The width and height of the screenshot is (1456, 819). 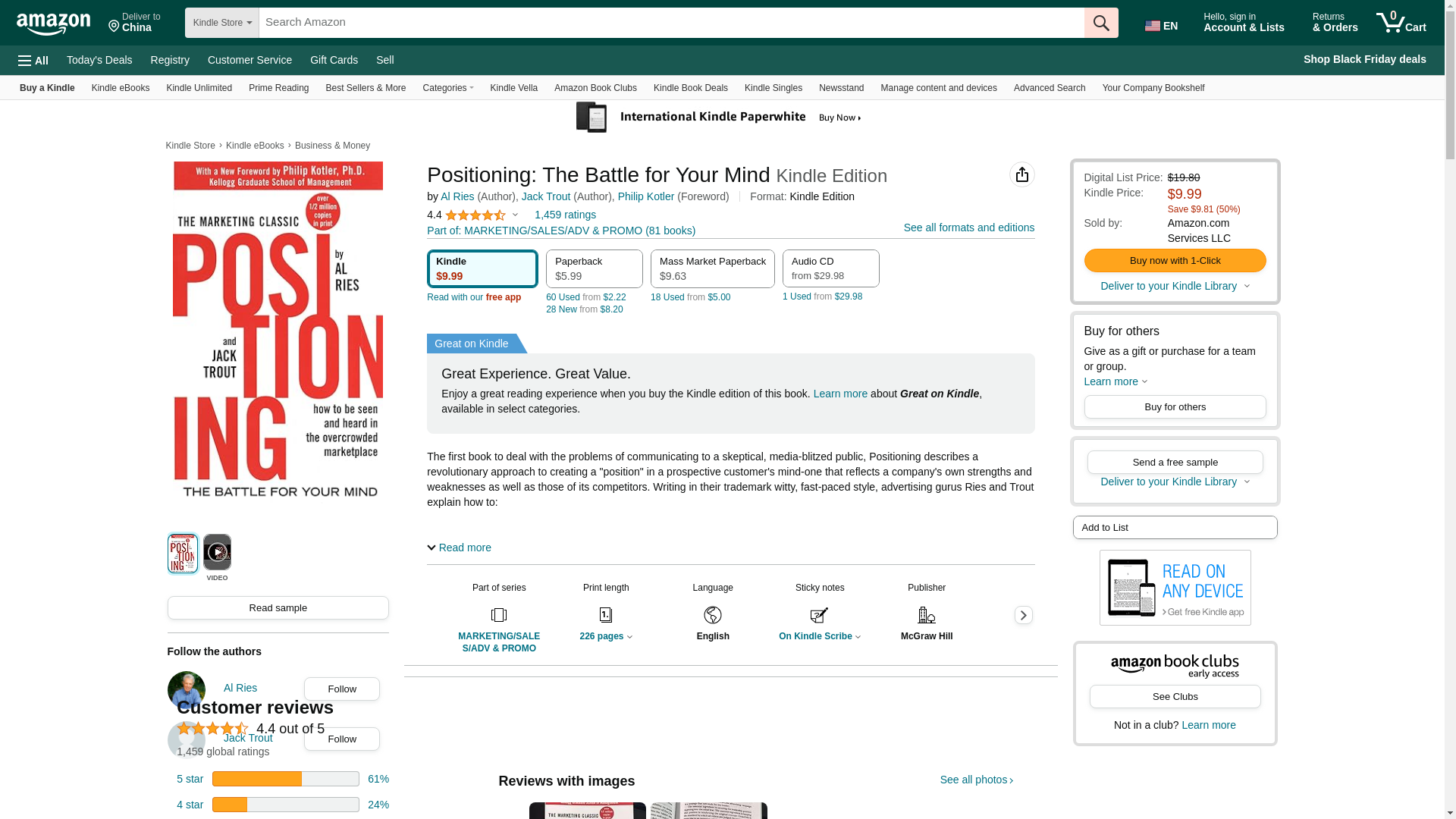 What do you see at coordinates (773, 87) in the screenshot?
I see `'Kindle Singles'` at bounding box center [773, 87].